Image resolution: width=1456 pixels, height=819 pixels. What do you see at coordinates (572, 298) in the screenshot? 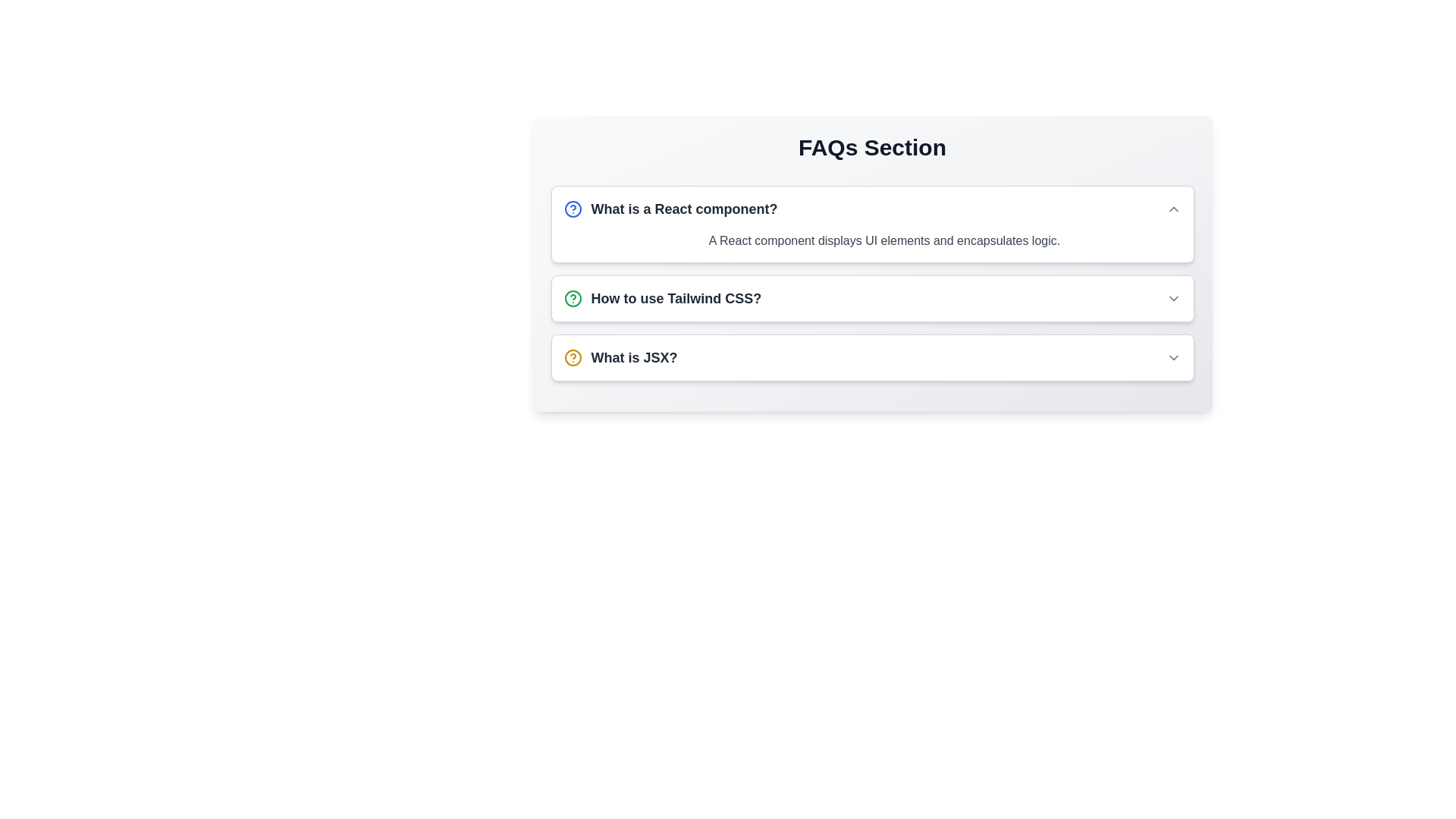
I see `the circular icon with a green border and question mark, located to the left of the text 'How to use Tailwind CSS?', for additional interaction` at bounding box center [572, 298].